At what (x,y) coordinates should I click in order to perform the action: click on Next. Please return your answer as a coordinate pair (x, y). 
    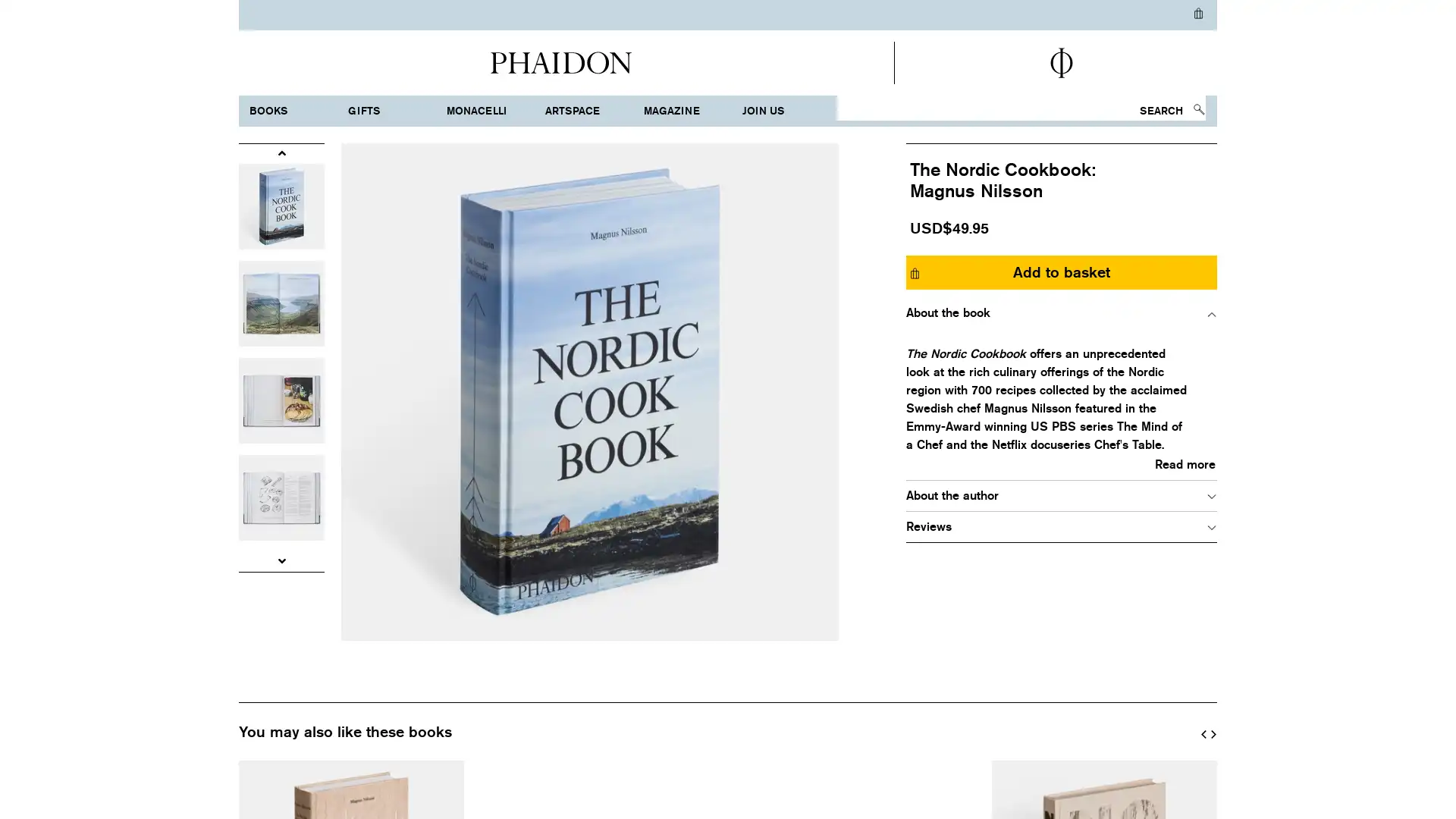
    Looking at the image, I should click on (1212, 730).